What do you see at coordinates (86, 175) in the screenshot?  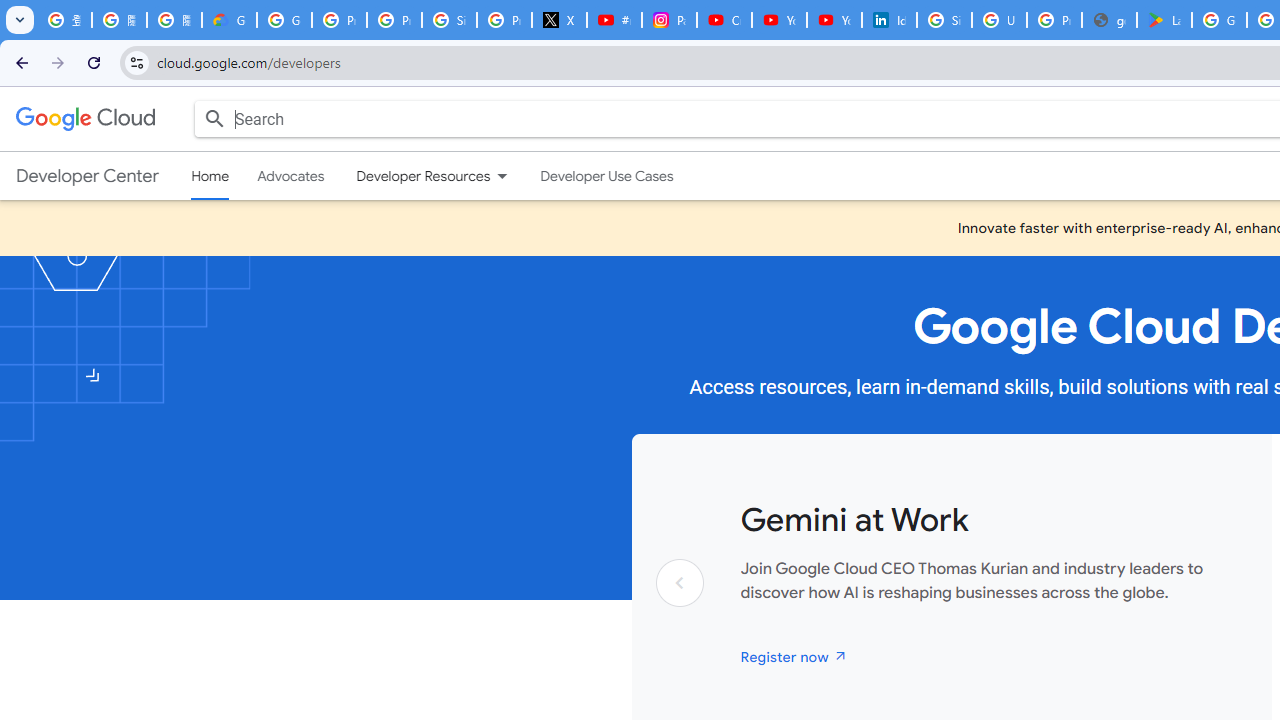 I see `'Developer Center'` at bounding box center [86, 175].